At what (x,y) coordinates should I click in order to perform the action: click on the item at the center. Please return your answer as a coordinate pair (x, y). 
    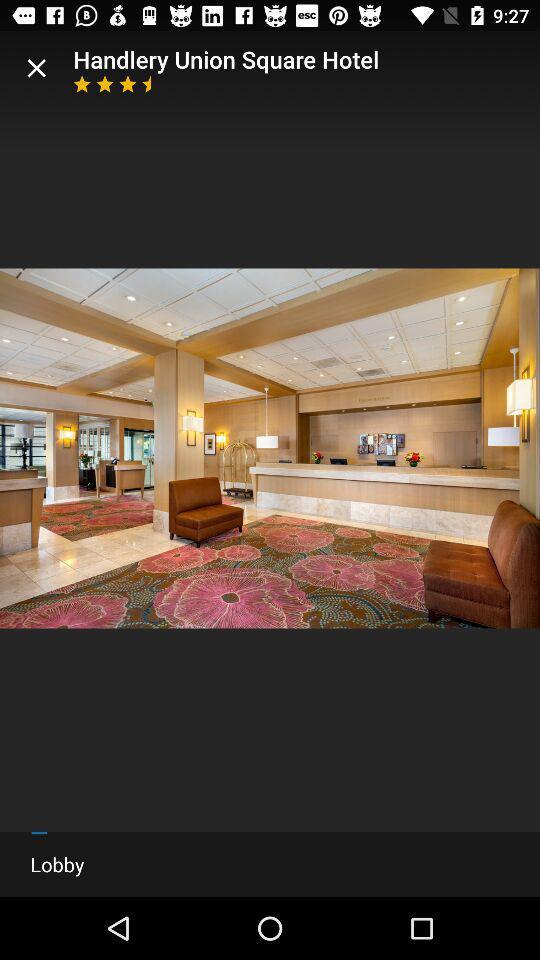
    Looking at the image, I should click on (270, 448).